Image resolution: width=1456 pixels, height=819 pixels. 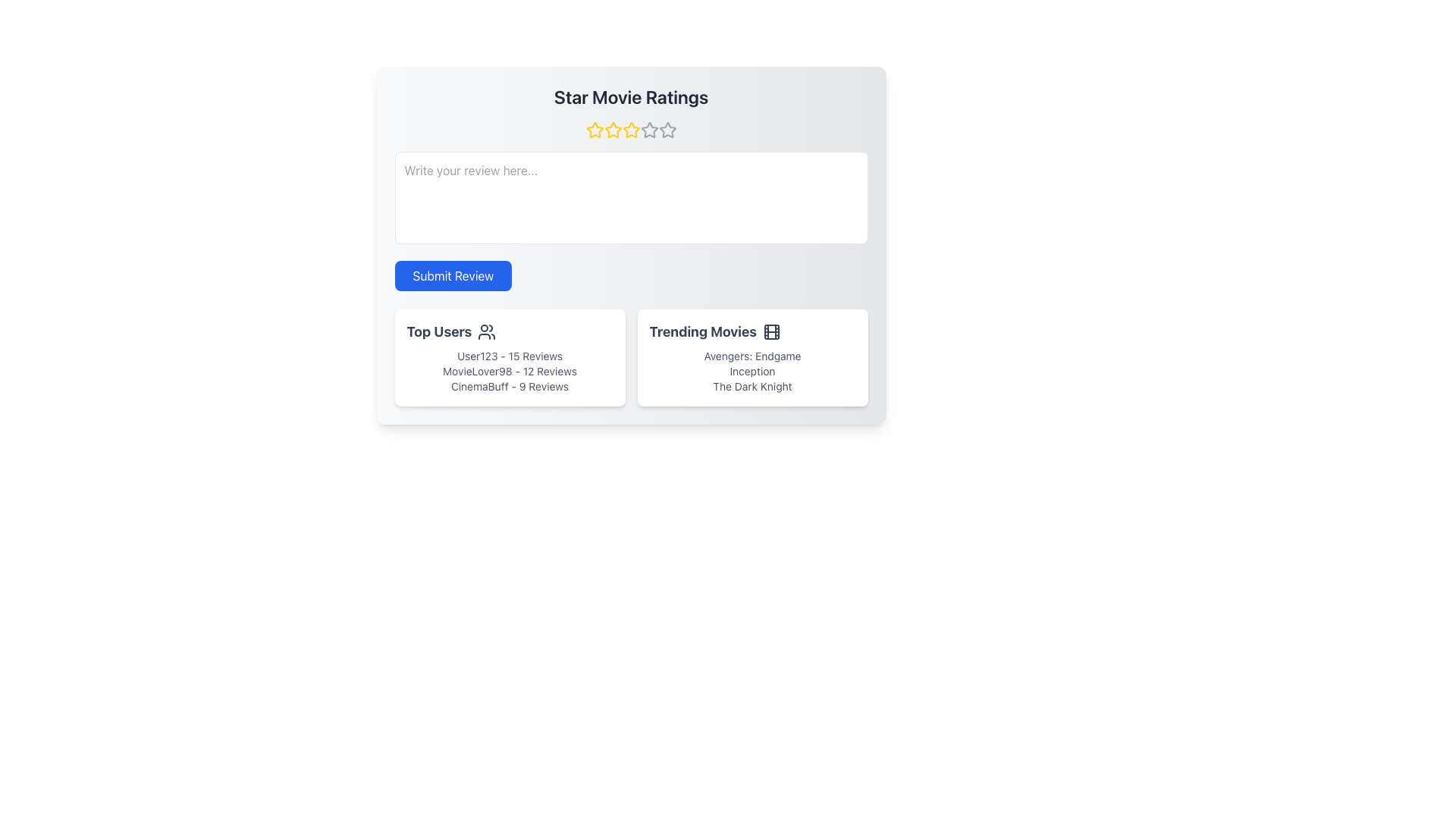 What do you see at coordinates (613, 130) in the screenshot?
I see `the third star icon in the 'Star Movie Ratings' section` at bounding box center [613, 130].